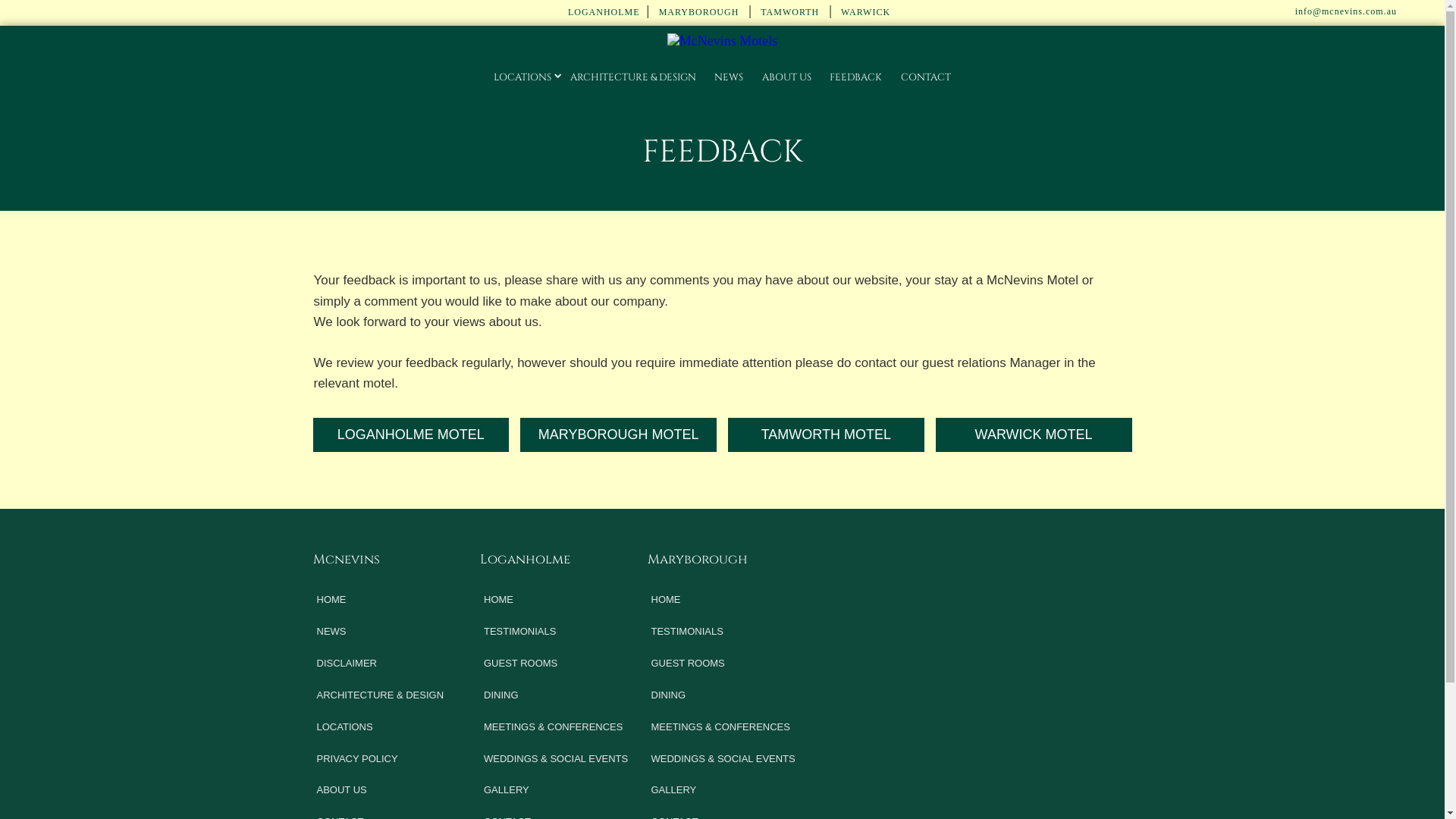 Image resolution: width=1456 pixels, height=819 pixels. What do you see at coordinates (731, 632) in the screenshot?
I see `'TESTIMONIALS'` at bounding box center [731, 632].